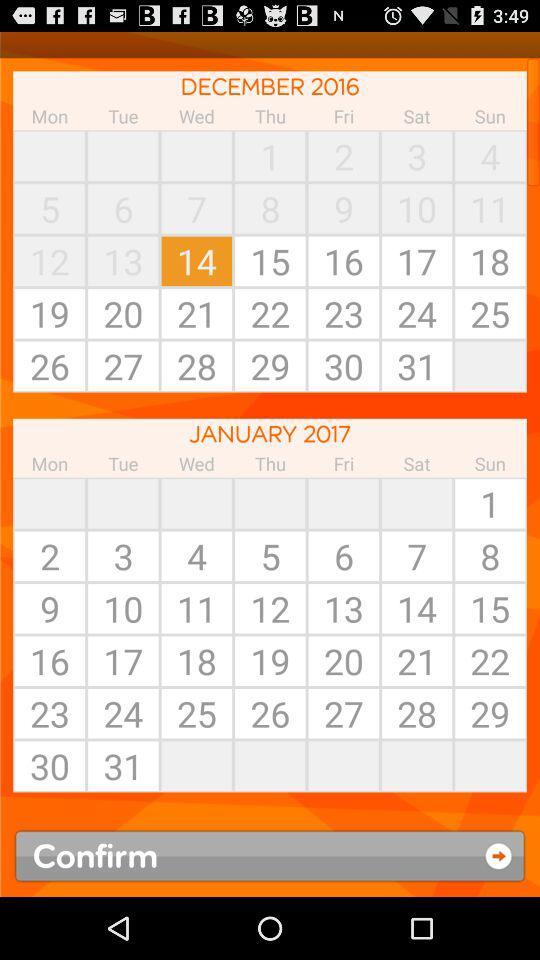 The image size is (540, 960). What do you see at coordinates (416, 502) in the screenshot?
I see `the icon above 6 icon` at bounding box center [416, 502].